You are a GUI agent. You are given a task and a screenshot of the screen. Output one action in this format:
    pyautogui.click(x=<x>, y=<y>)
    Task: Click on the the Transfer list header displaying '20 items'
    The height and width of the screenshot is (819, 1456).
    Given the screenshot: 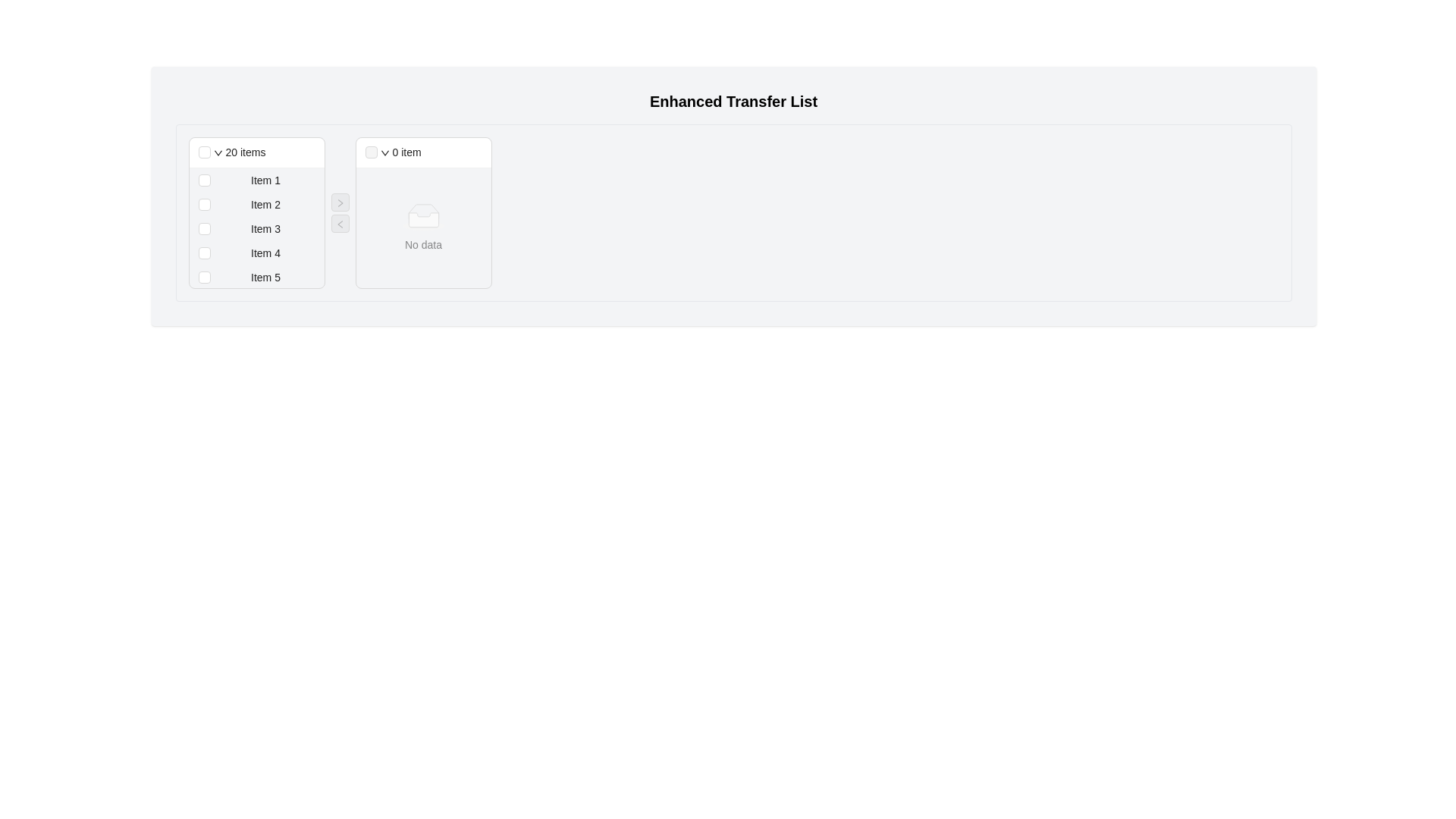 What is the action you would take?
    pyautogui.click(x=256, y=152)
    